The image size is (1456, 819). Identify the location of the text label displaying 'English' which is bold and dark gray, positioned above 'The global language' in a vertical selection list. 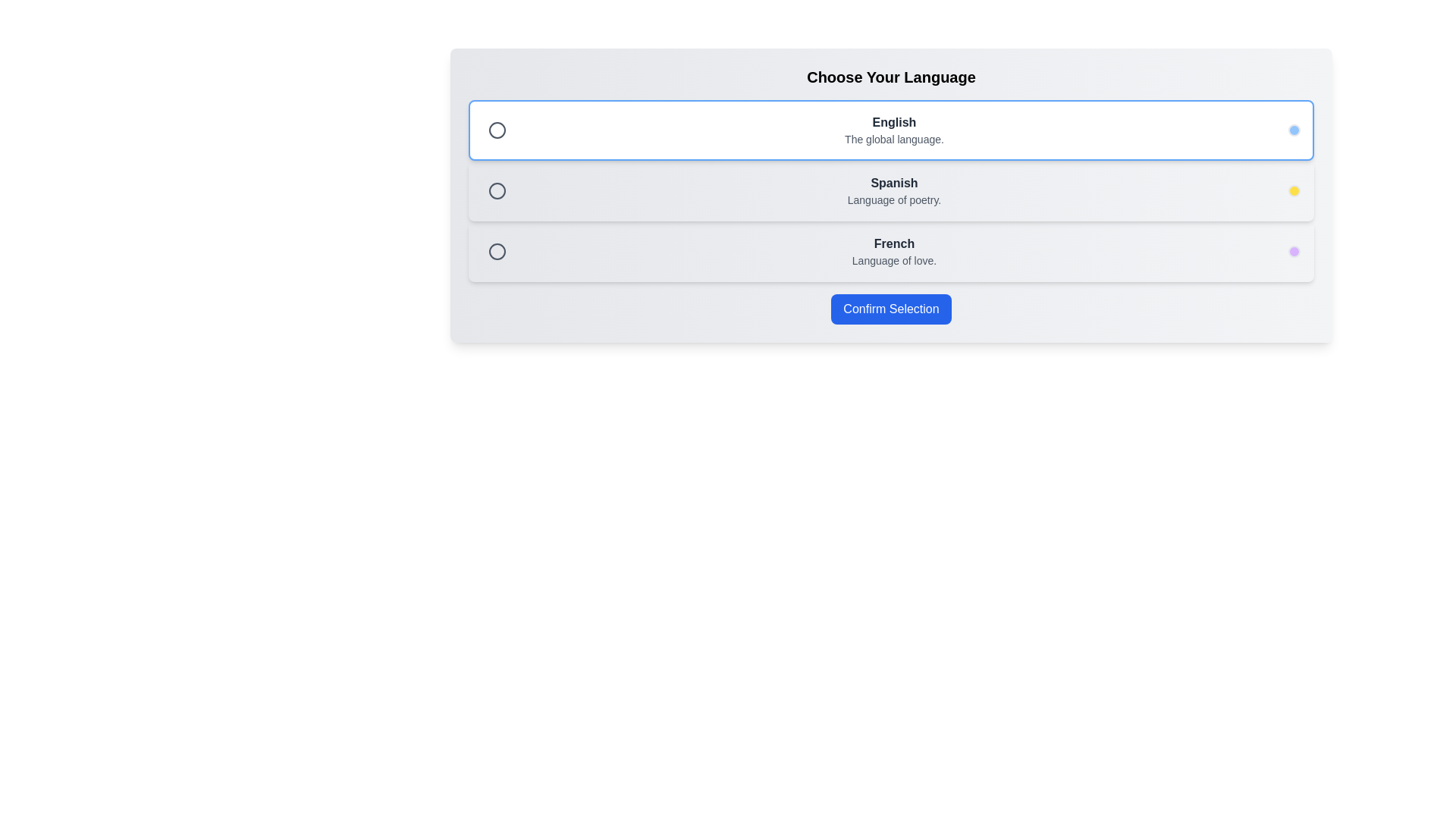
(894, 122).